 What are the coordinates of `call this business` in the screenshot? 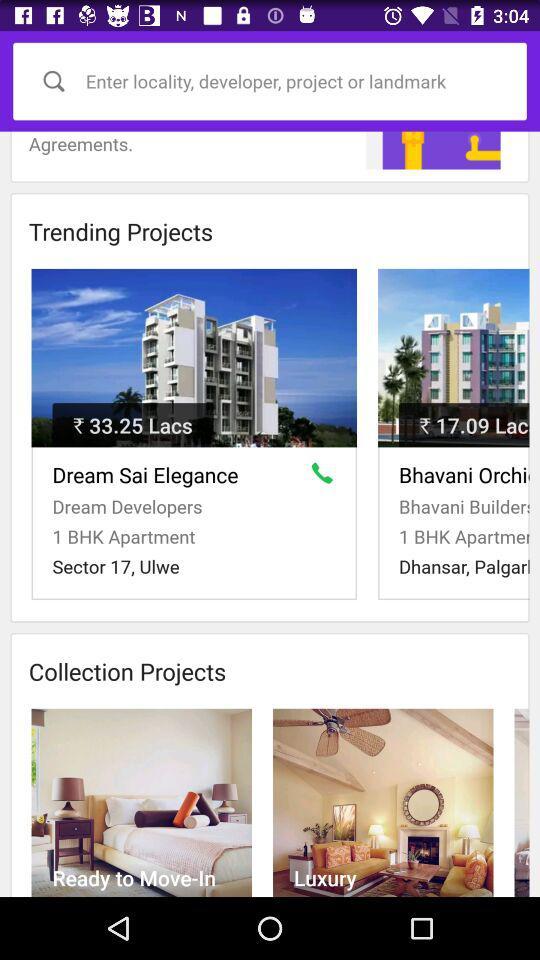 It's located at (326, 477).